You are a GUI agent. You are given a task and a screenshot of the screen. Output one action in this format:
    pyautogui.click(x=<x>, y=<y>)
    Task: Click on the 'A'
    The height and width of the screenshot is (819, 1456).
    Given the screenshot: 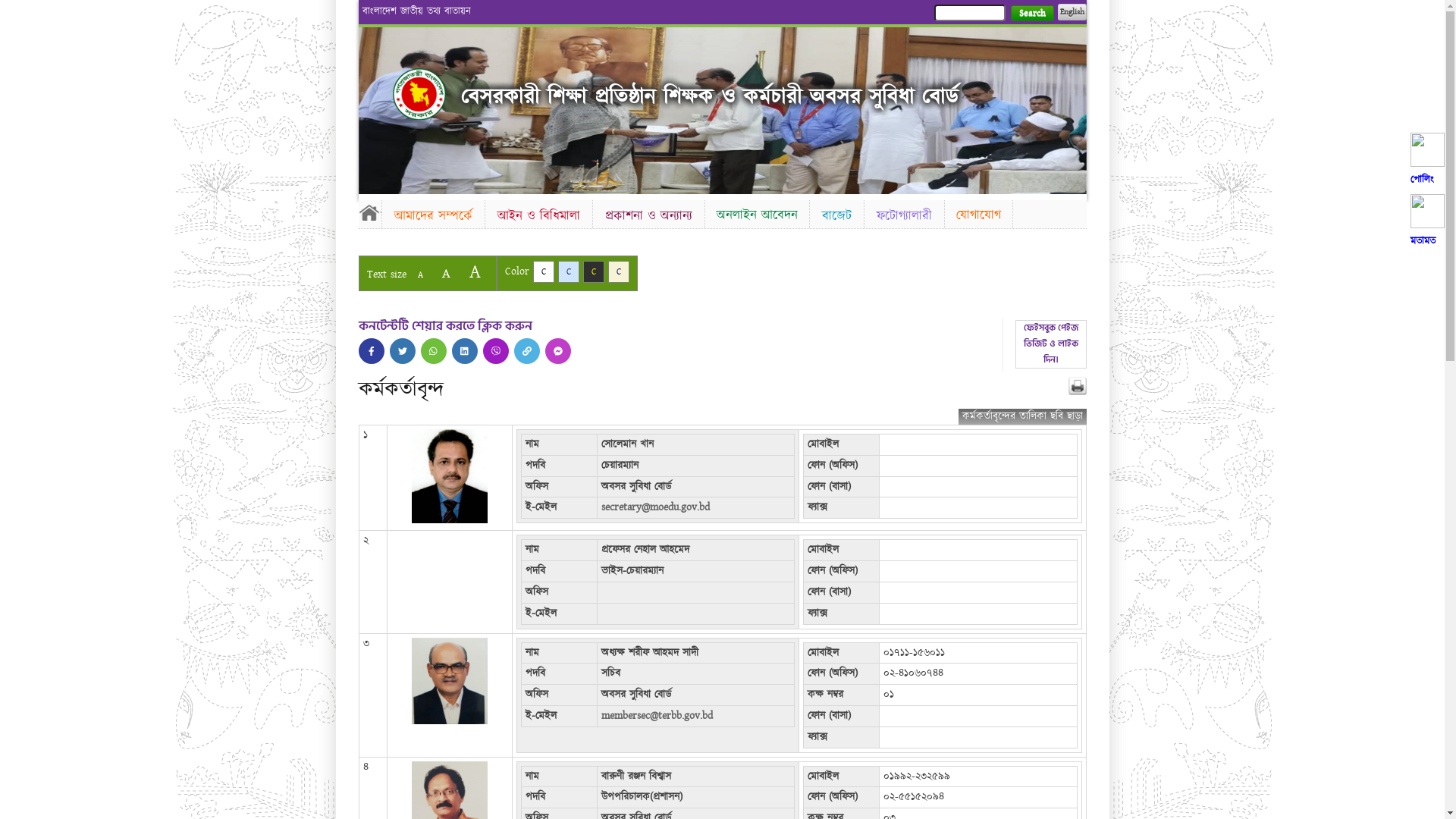 What is the action you would take?
    pyautogui.click(x=419, y=275)
    